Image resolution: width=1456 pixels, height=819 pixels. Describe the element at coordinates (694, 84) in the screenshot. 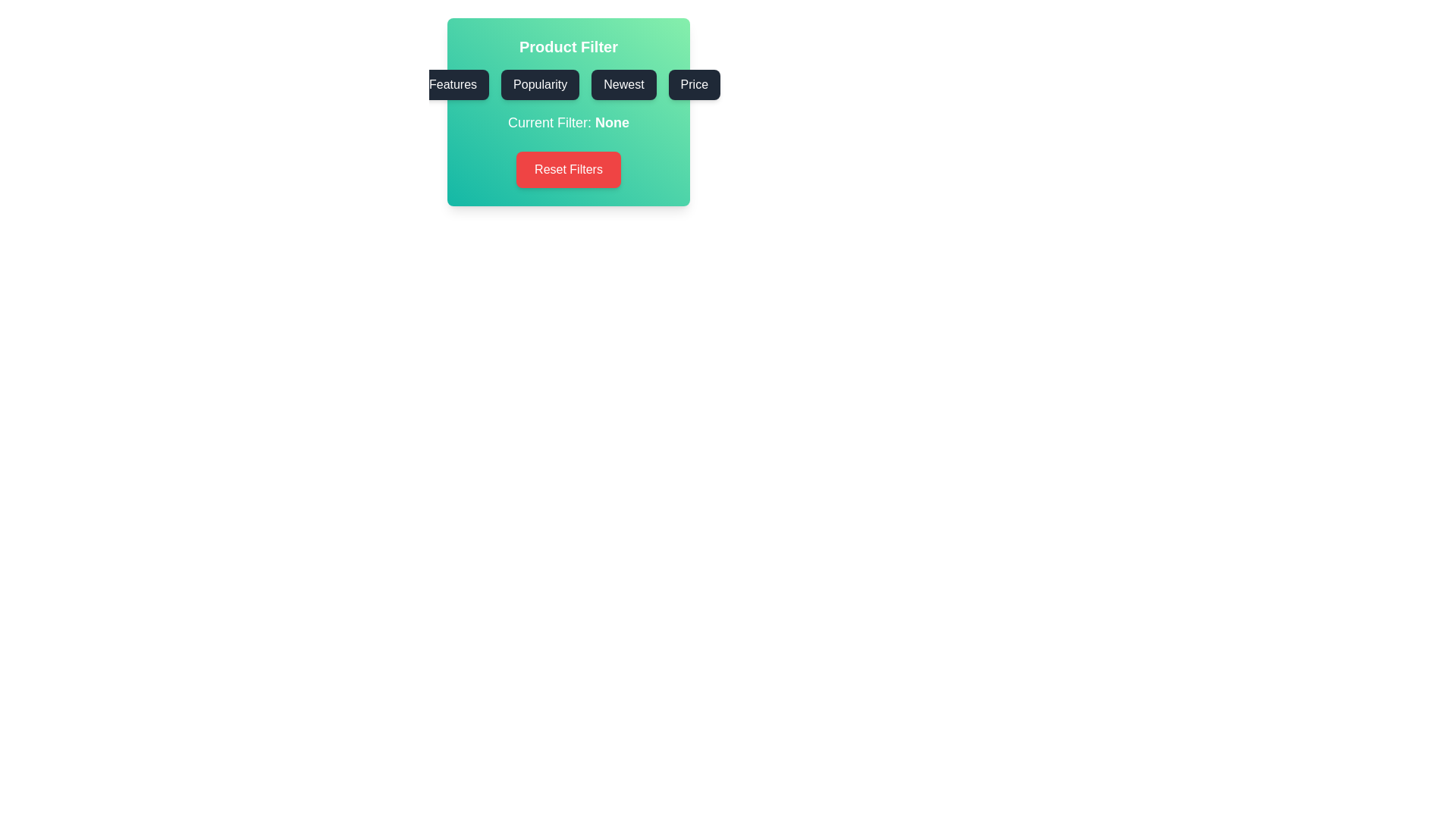

I see `the Price button to select the corresponding filter` at that location.